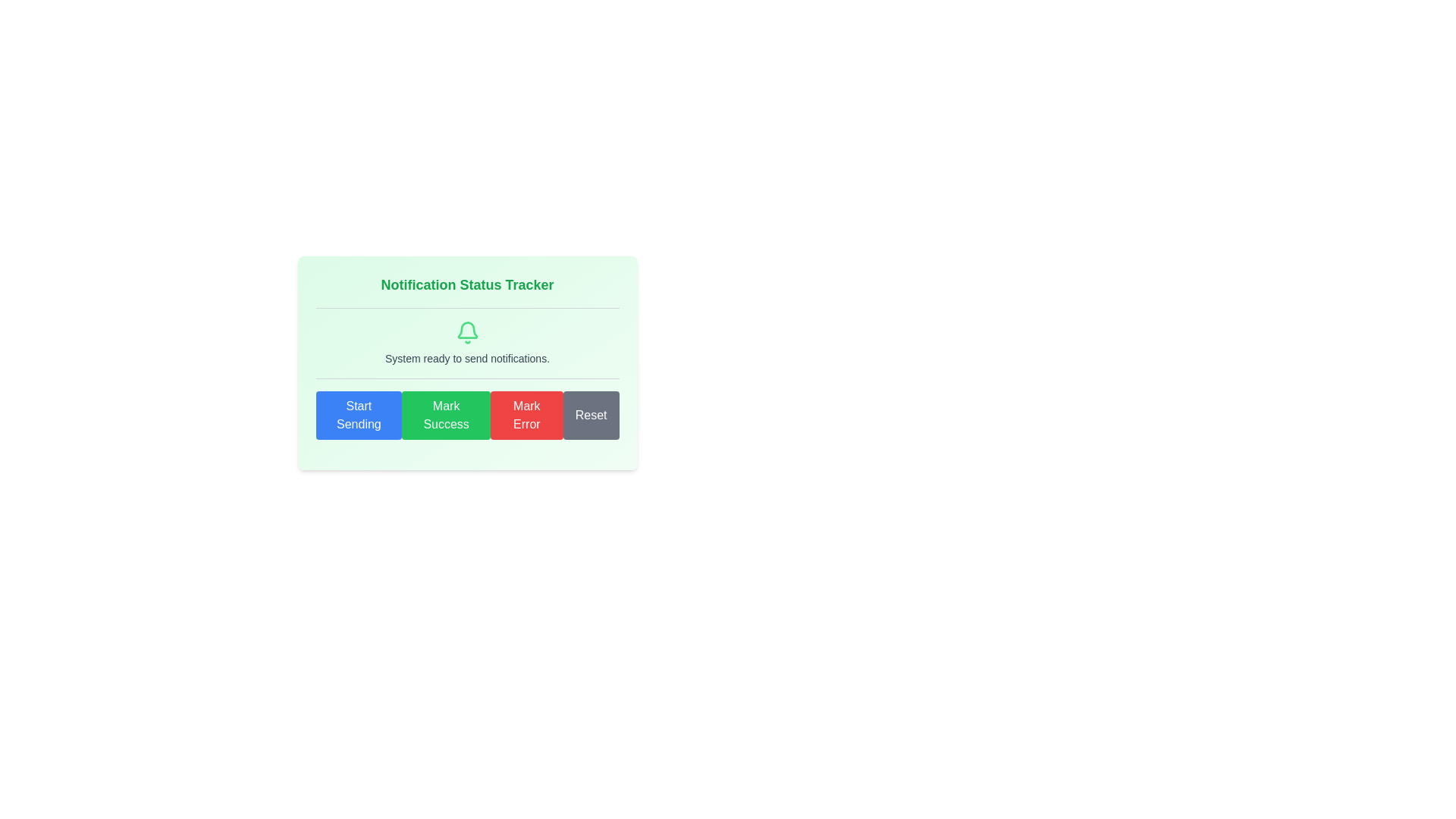 This screenshot has width=1456, height=819. Describe the element at coordinates (466, 332) in the screenshot. I see `the notification status icon located centrally beneath the 'Notification Status Tracker' header` at that location.